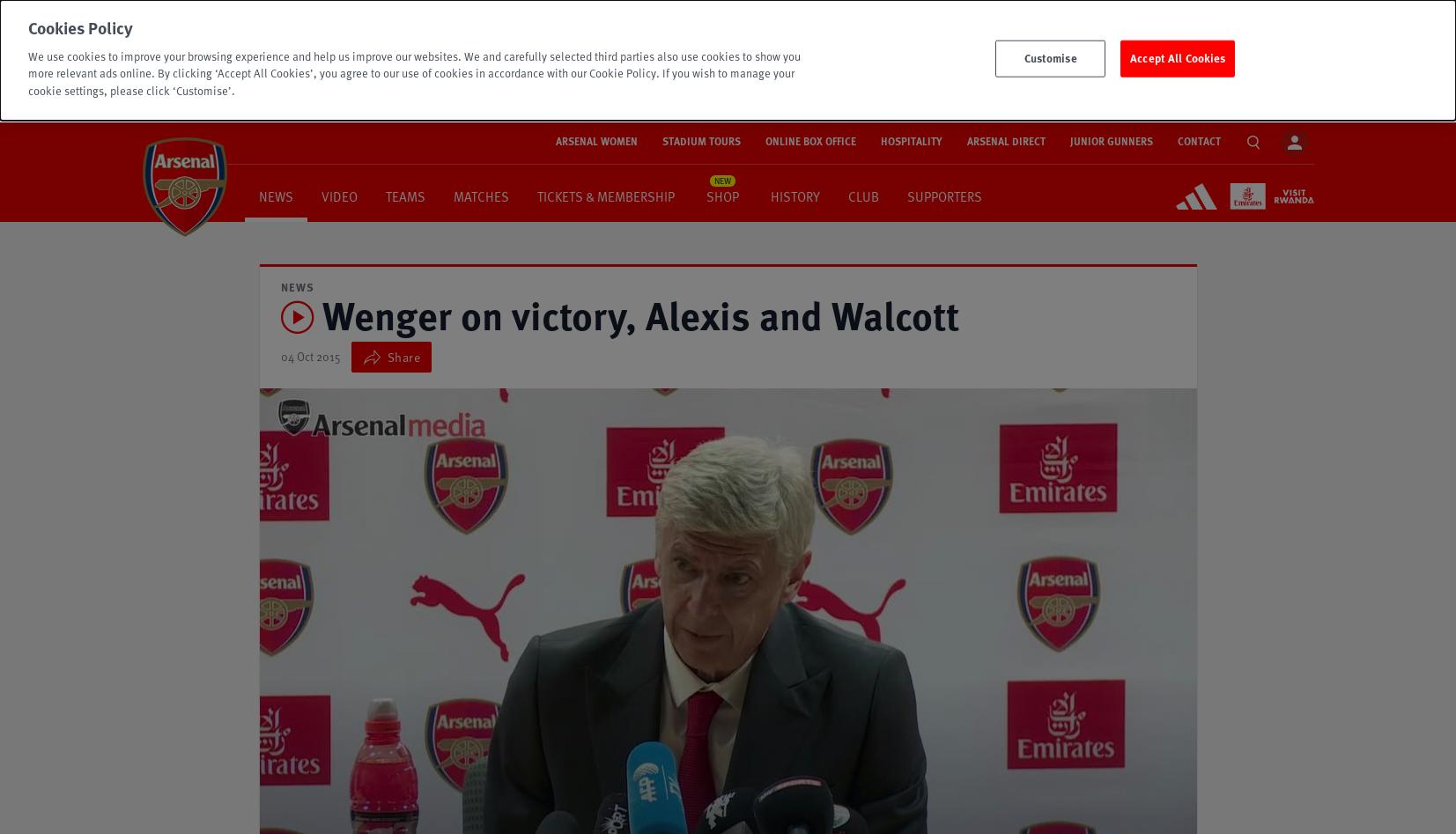 This screenshot has width=1456, height=834. I want to click on 'Club', so click(862, 195).